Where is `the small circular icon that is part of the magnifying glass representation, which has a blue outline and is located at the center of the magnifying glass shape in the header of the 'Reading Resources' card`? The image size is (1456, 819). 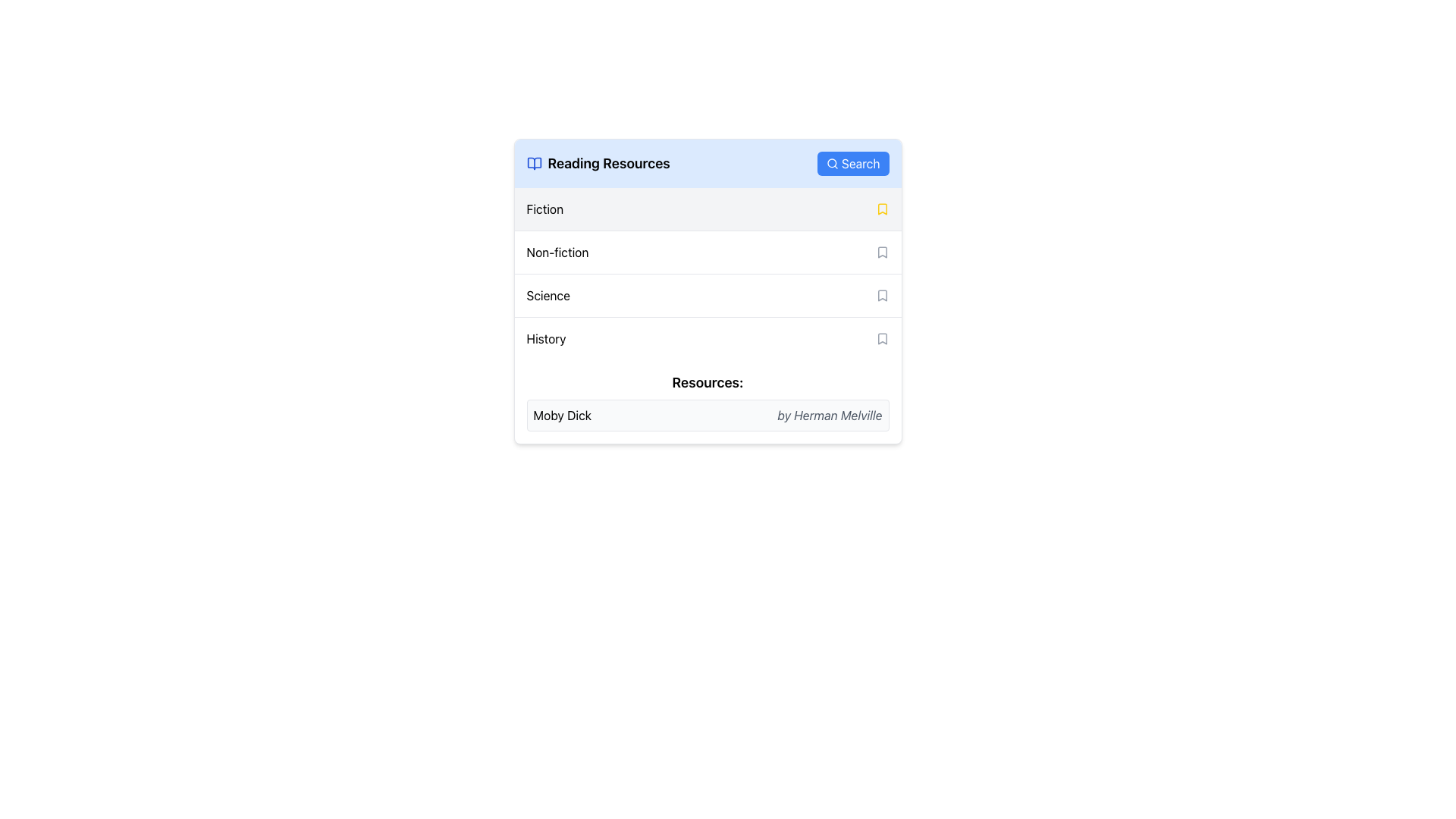
the small circular icon that is part of the magnifying glass representation, which has a blue outline and is located at the center of the magnifying glass shape in the header of the 'Reading Resources' card is located at coordinates (831, 163).